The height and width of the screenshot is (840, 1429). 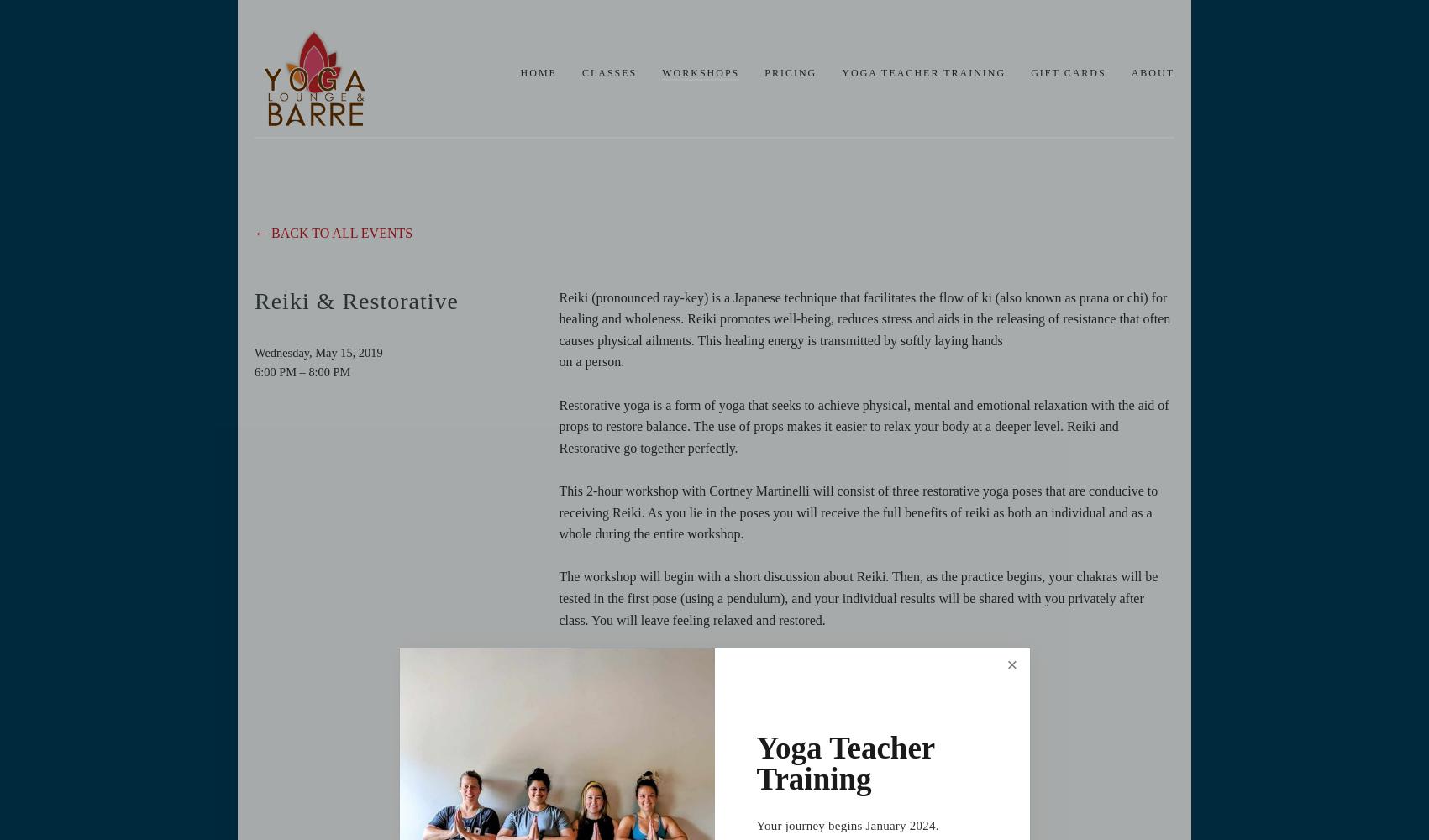 What do you see at coordinates (567, 662) in the screenshot?
I see `'$25'` at bounding box center [567, 662].